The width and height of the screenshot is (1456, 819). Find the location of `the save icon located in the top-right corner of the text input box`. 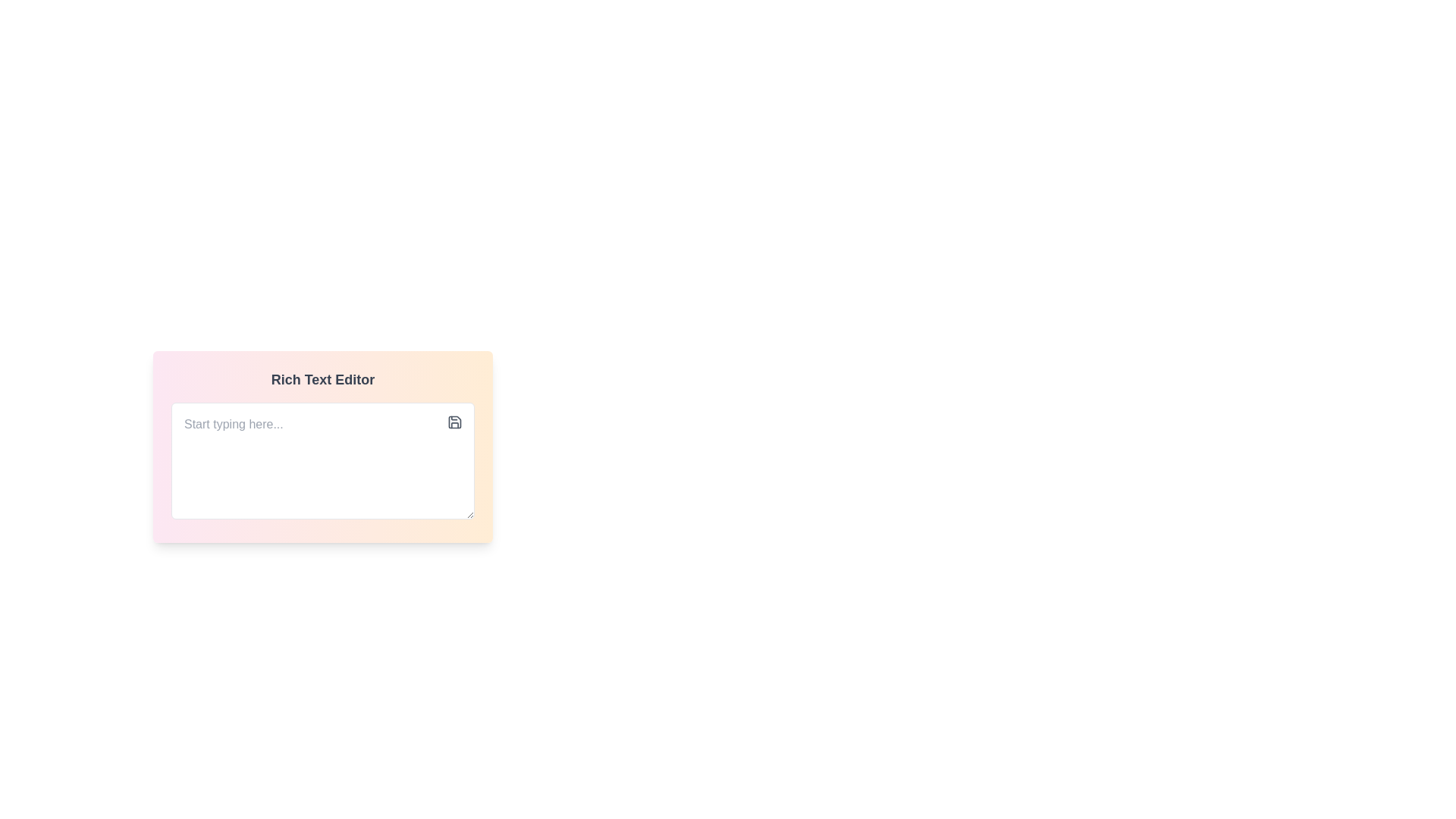

the save icon located in the top-right corner of the text input box is located at coordinates (454, 422).